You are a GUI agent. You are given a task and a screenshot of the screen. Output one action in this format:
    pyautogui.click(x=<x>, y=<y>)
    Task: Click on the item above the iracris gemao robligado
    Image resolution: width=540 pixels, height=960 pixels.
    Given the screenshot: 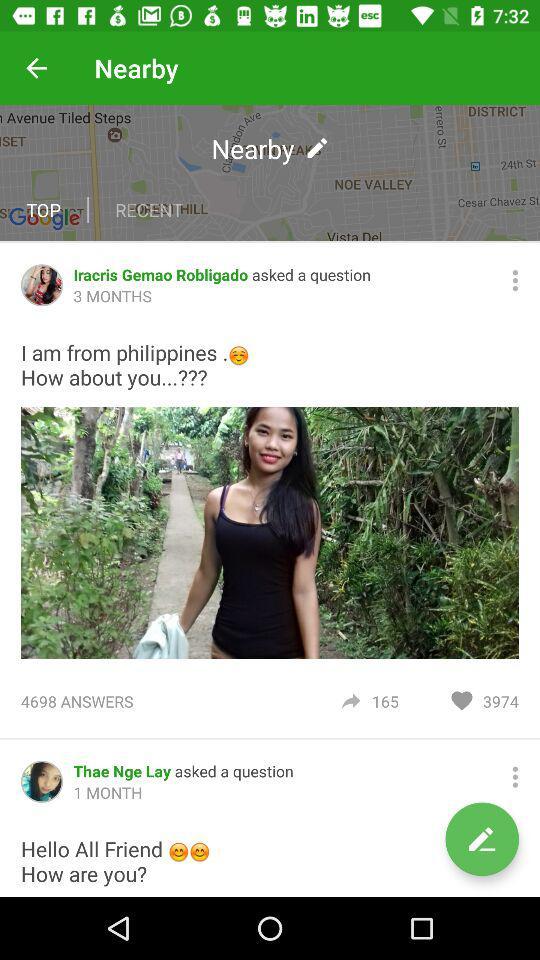 What is the action you would take?
    pyautogui.click(x=270, y=171)
    